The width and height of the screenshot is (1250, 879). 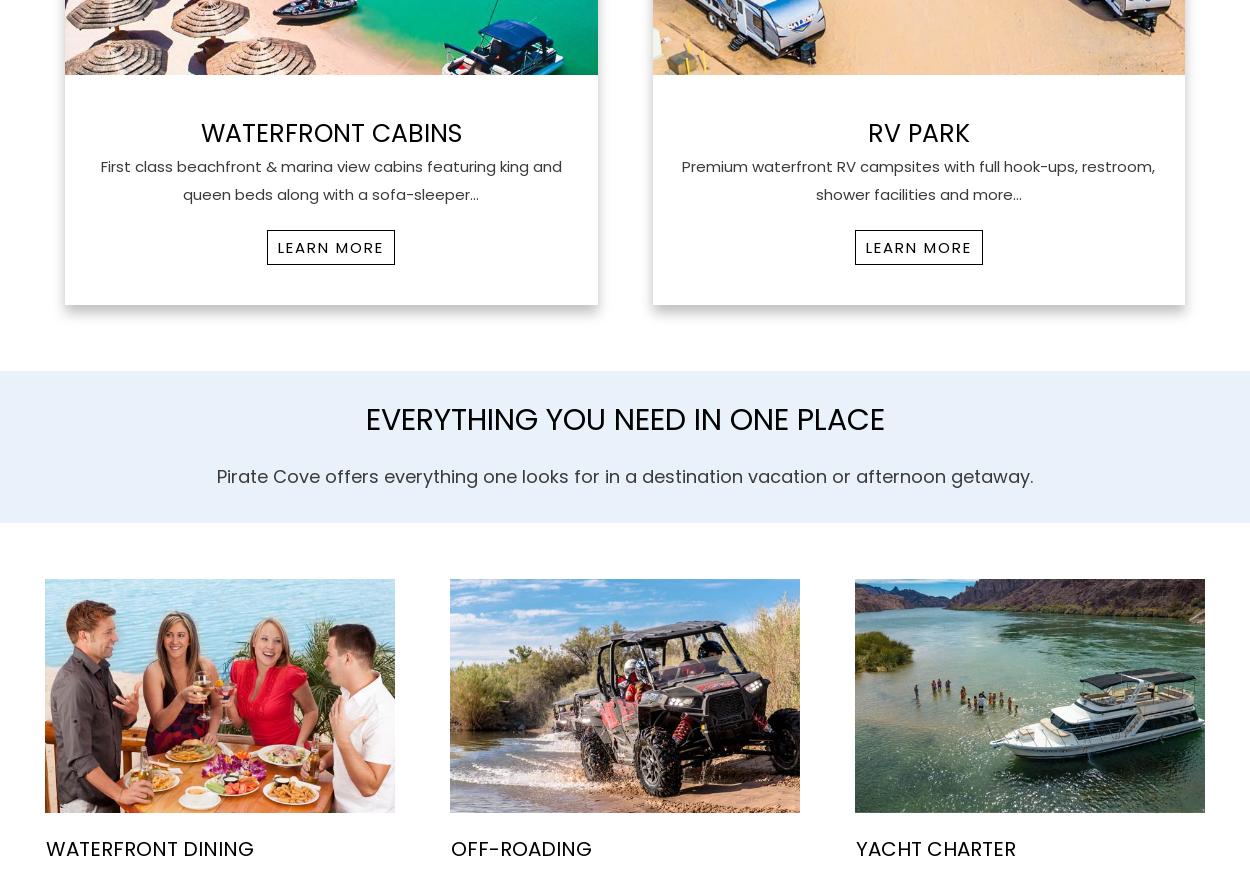 I want to click on 'rv park', so click(x=918, y=132).